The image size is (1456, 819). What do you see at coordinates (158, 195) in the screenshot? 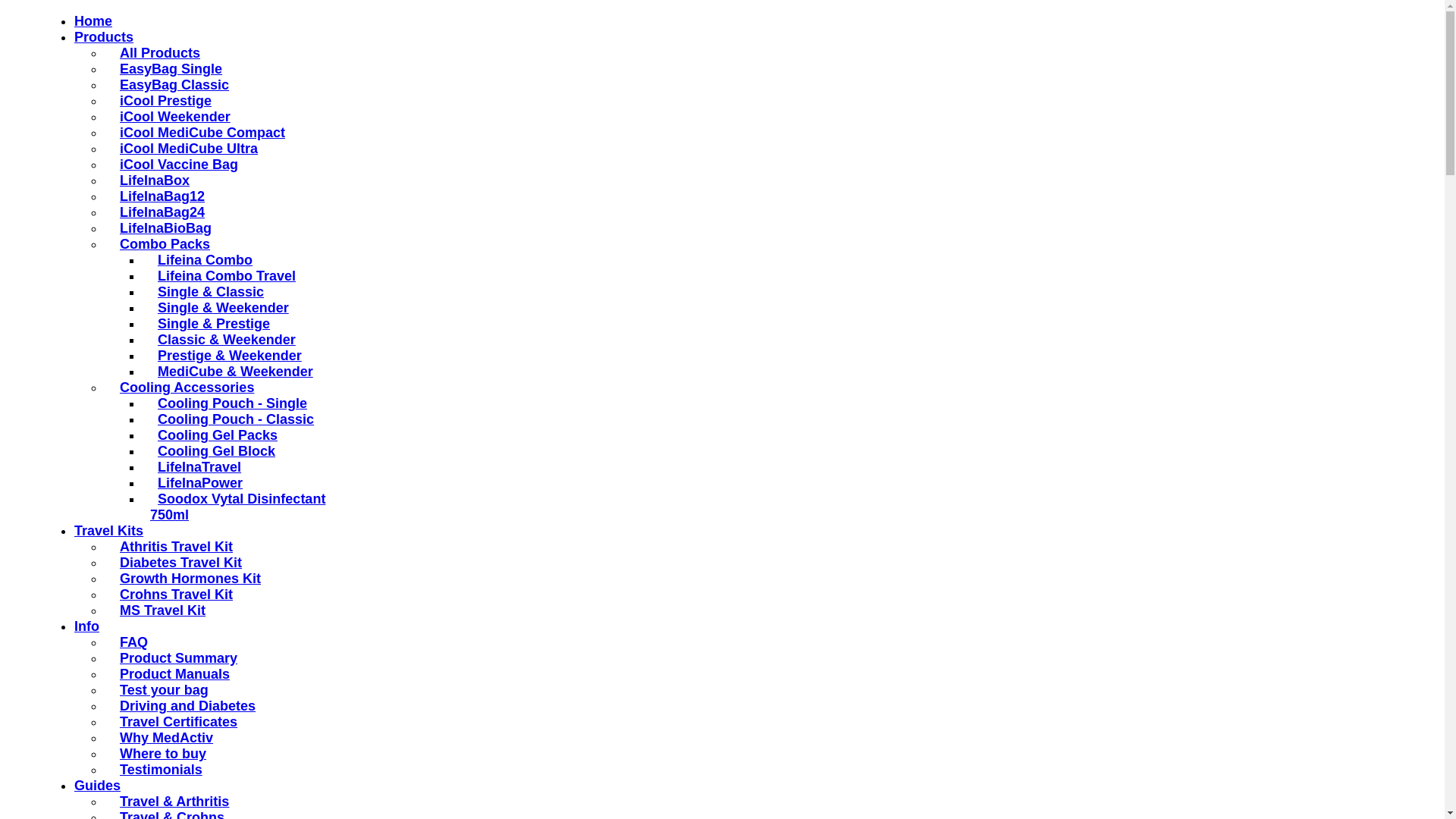
I see `'LifeInaBag12'` at bounding box center [158, 195].